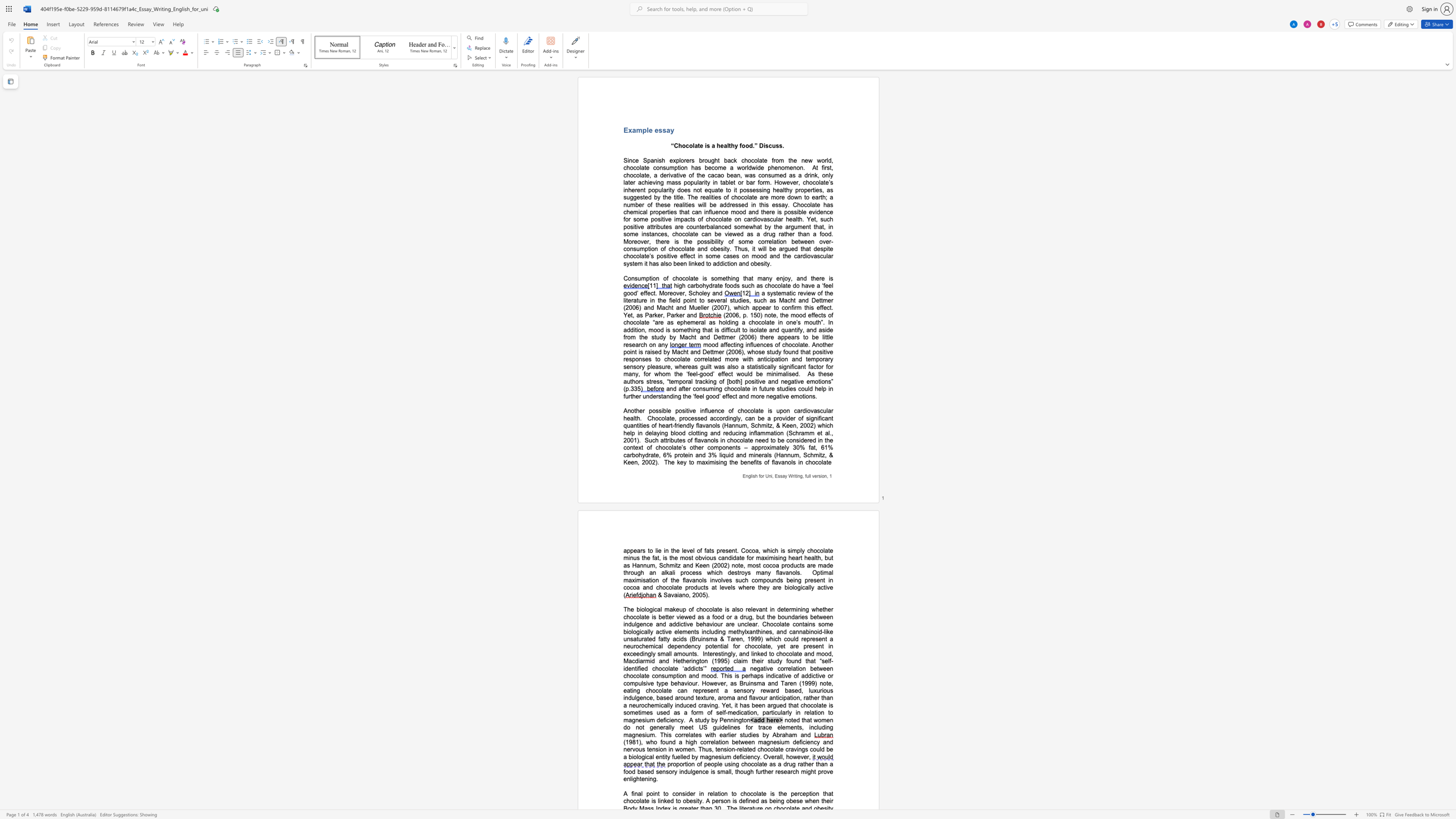  What do you see at coordinates (670, 654) in the screenshot?
I see `the space between the continuous character "l" and "l" in the text` at bounding box center [670, 654].